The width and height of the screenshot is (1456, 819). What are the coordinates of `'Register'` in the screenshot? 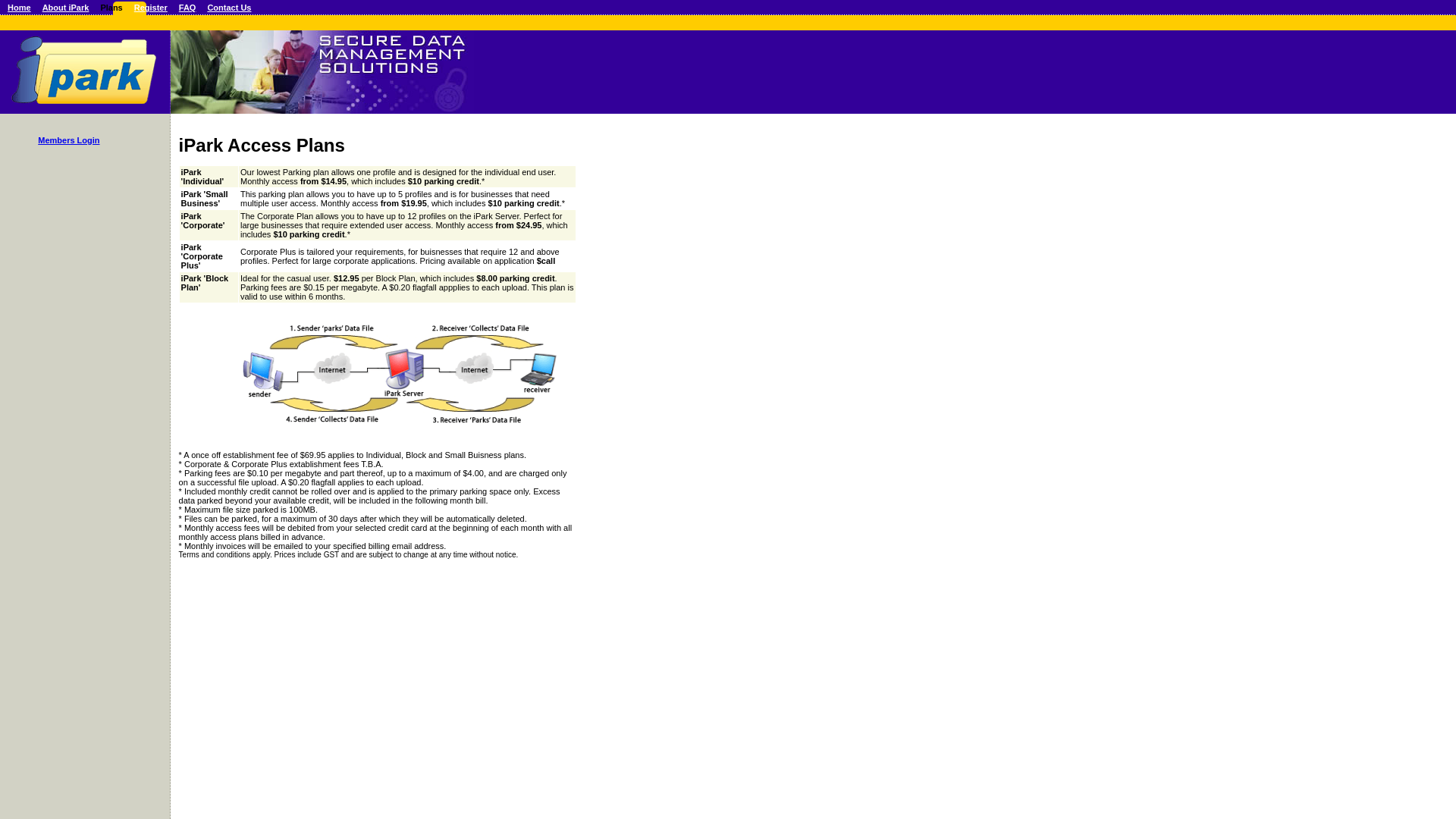 It's located at (150, 8).